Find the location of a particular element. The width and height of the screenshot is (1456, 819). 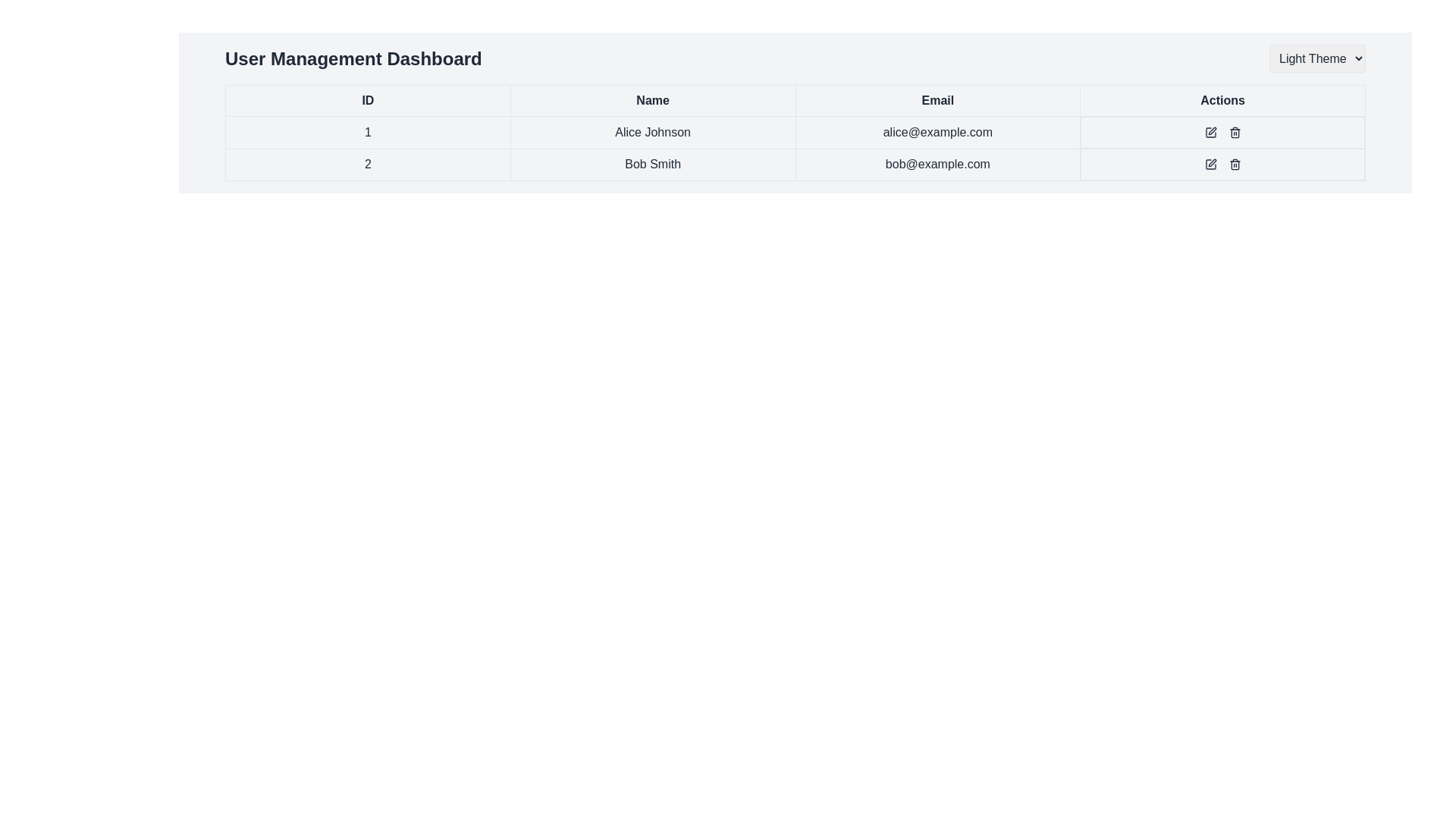

the delete icon button located in the 'Actions' column of the second row of the user table is located at coordinates (1234, 164).